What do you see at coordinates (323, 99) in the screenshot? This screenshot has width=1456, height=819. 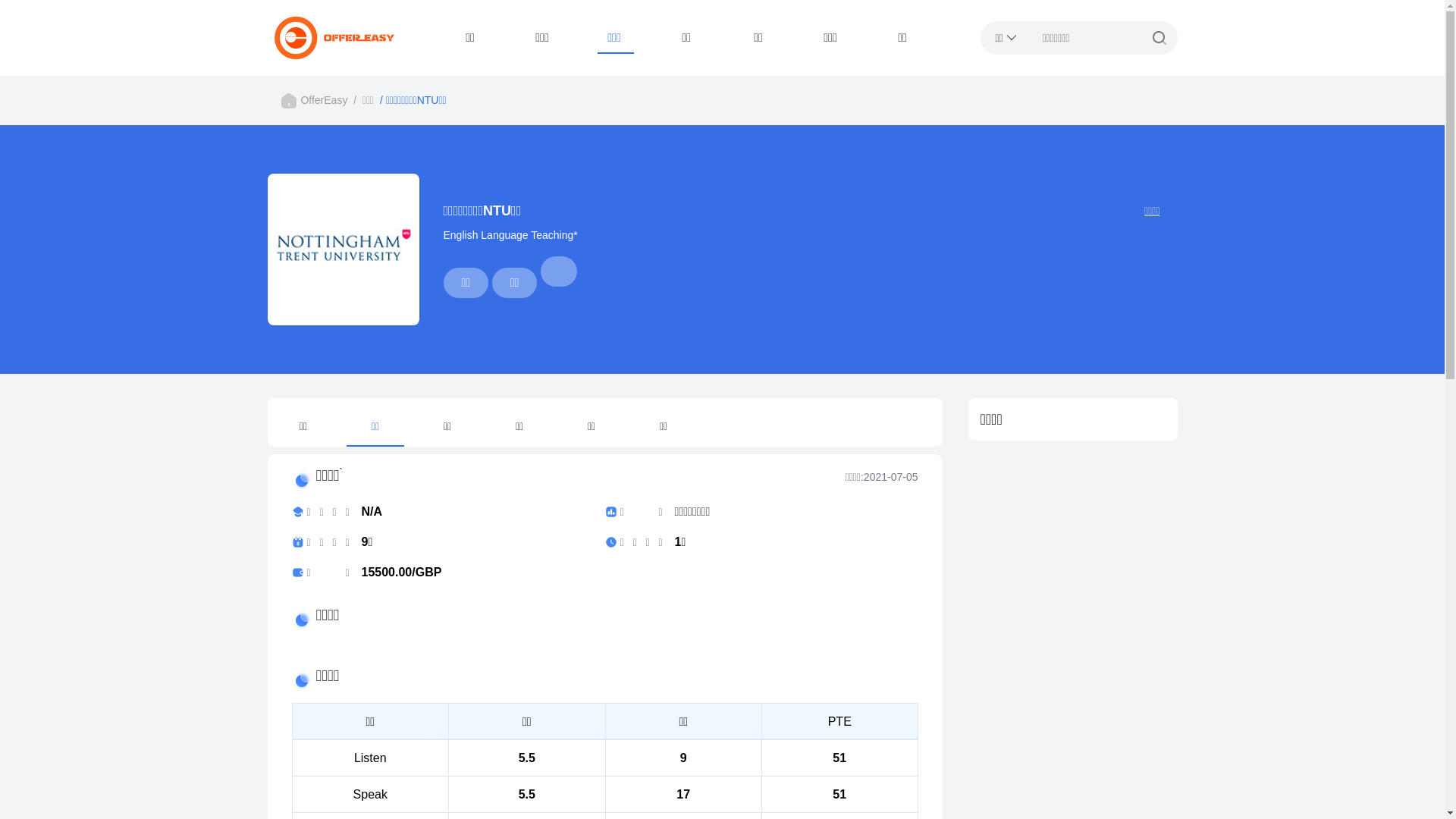 I see `'OfferEasy'` at bounding box center [323, 99].